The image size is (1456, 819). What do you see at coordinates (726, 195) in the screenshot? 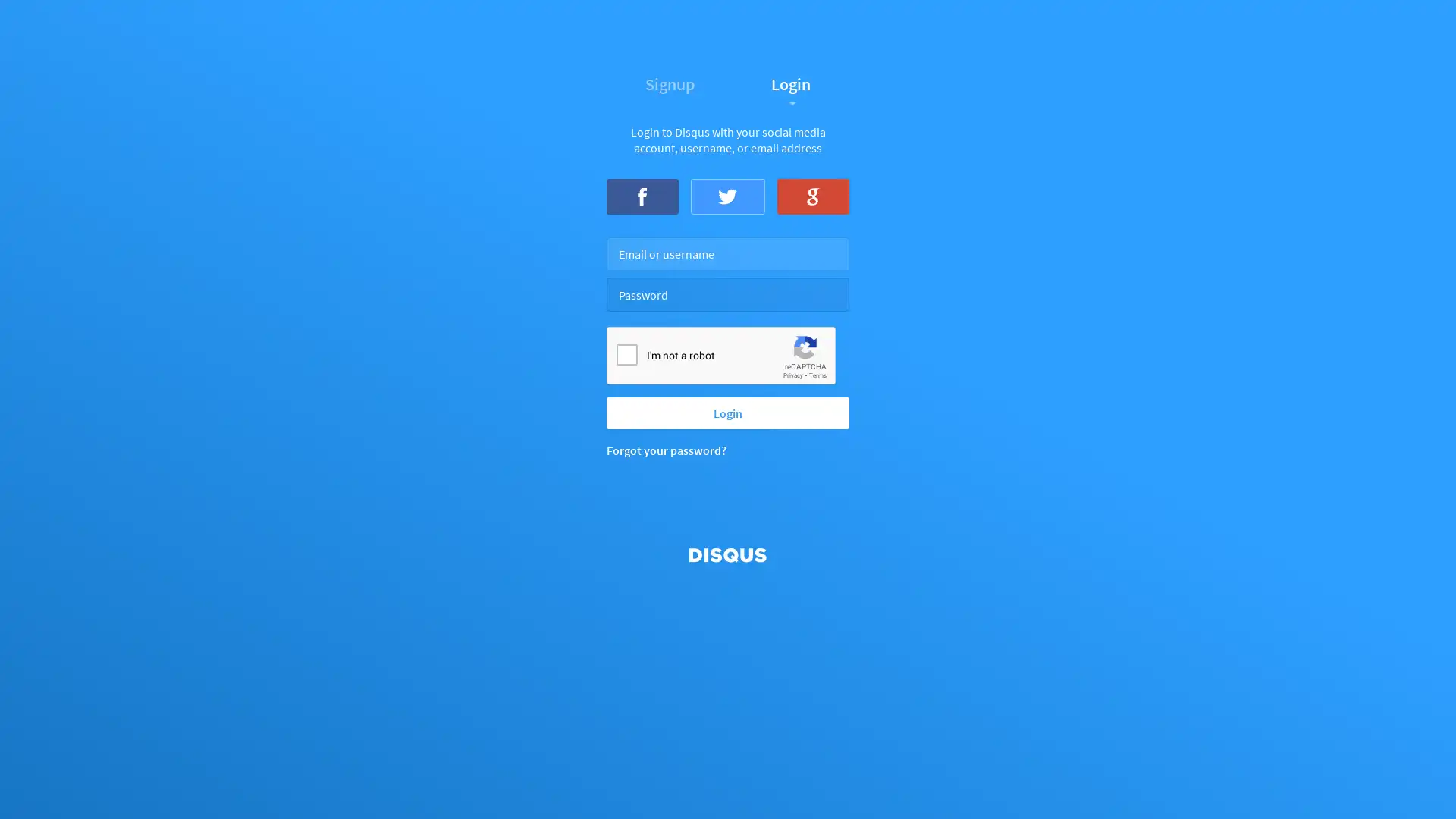
I see `Twitter` at bounding box center [726, 195].